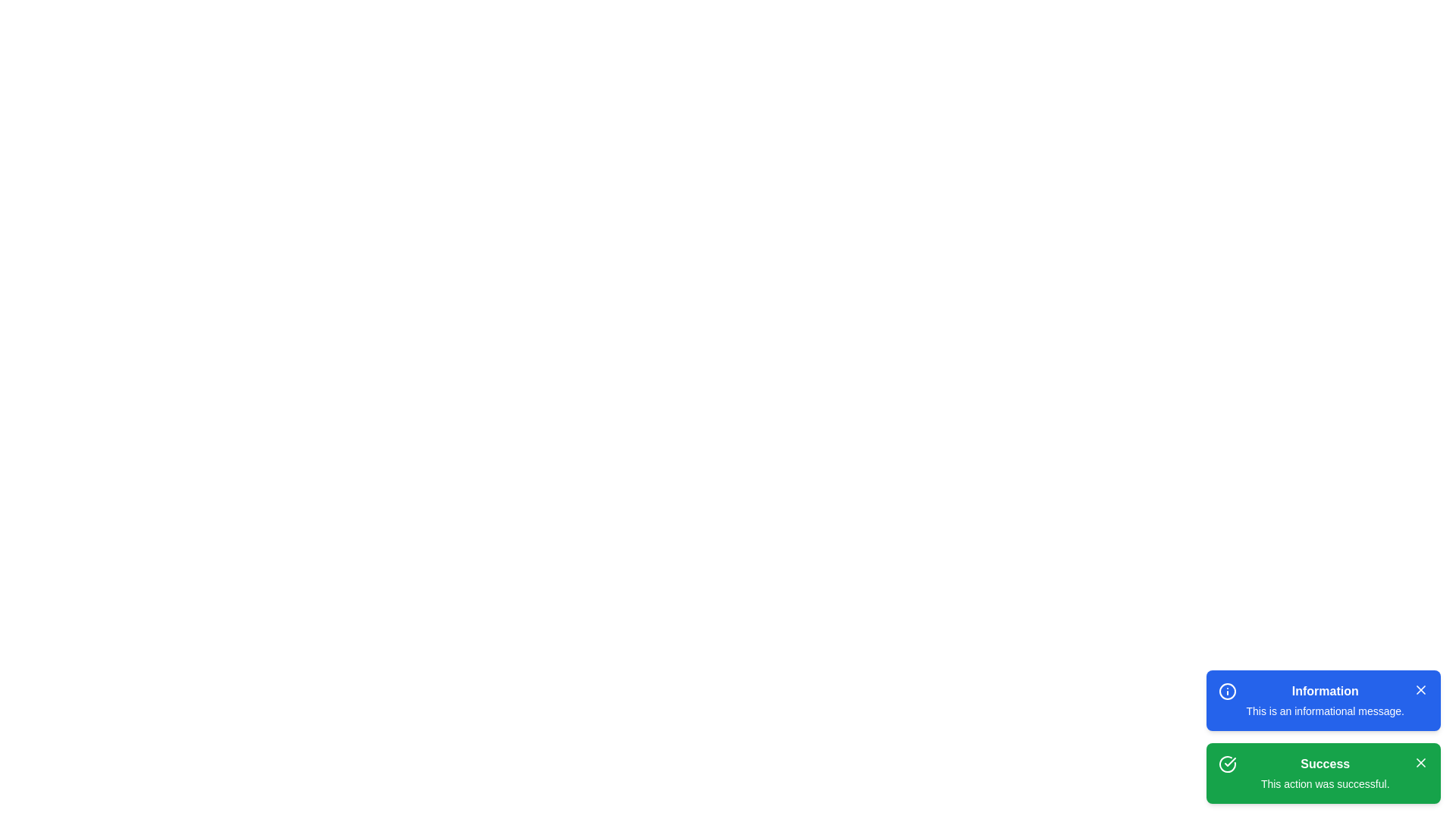  What do you see at coordinates (1324, 773) in the screenshot?
I see `the text field displaying the message 'Success This action was successful.' which is located in the lower green notification box, positioned centrally to the right of a check mark icon and to the left of a close button` at bounding box center [1324, 773].